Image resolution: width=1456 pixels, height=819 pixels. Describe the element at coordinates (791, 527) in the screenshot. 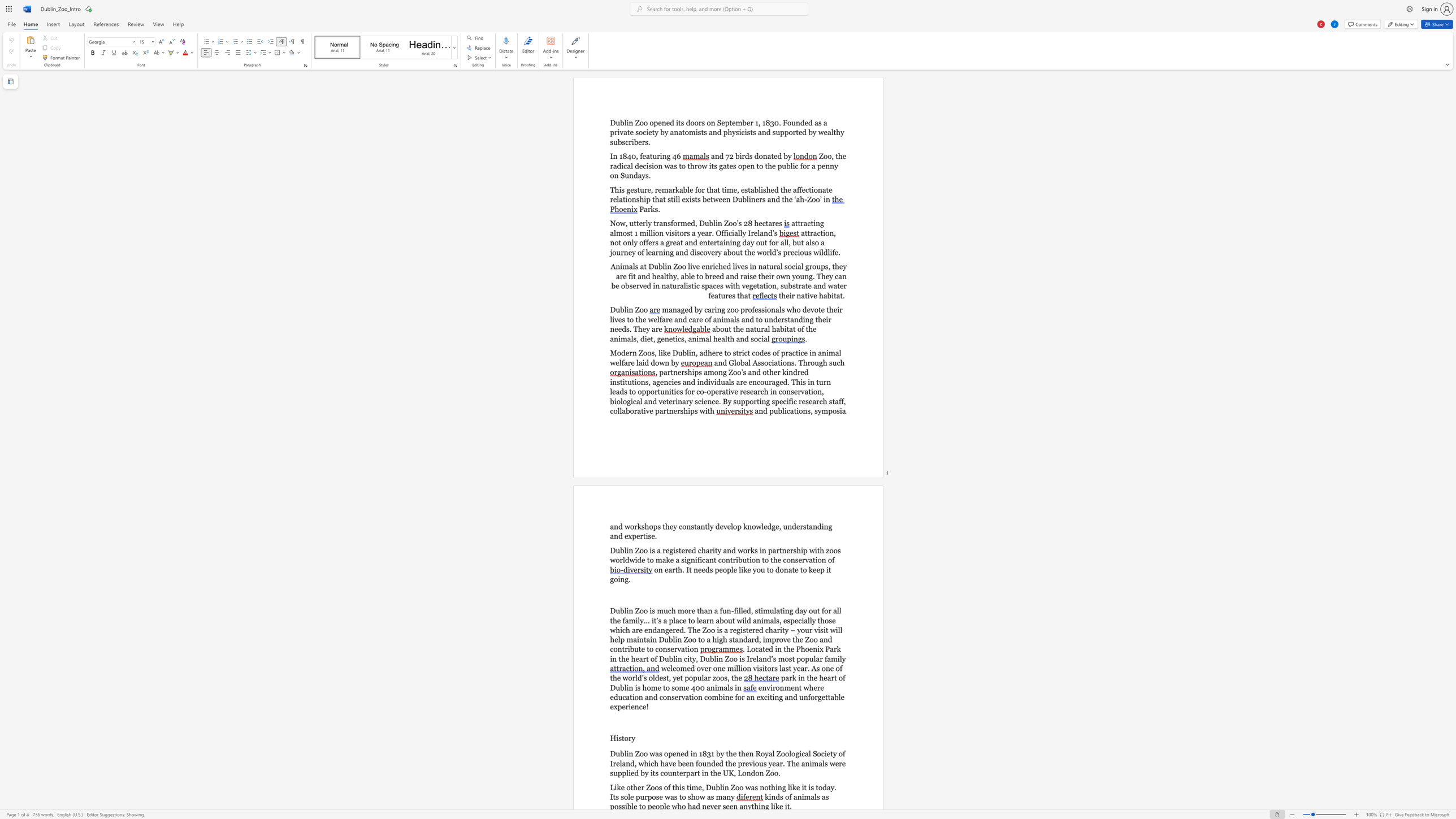

I see `the subset text "derst" within the text "p knowledge, understanding and"` at that location.